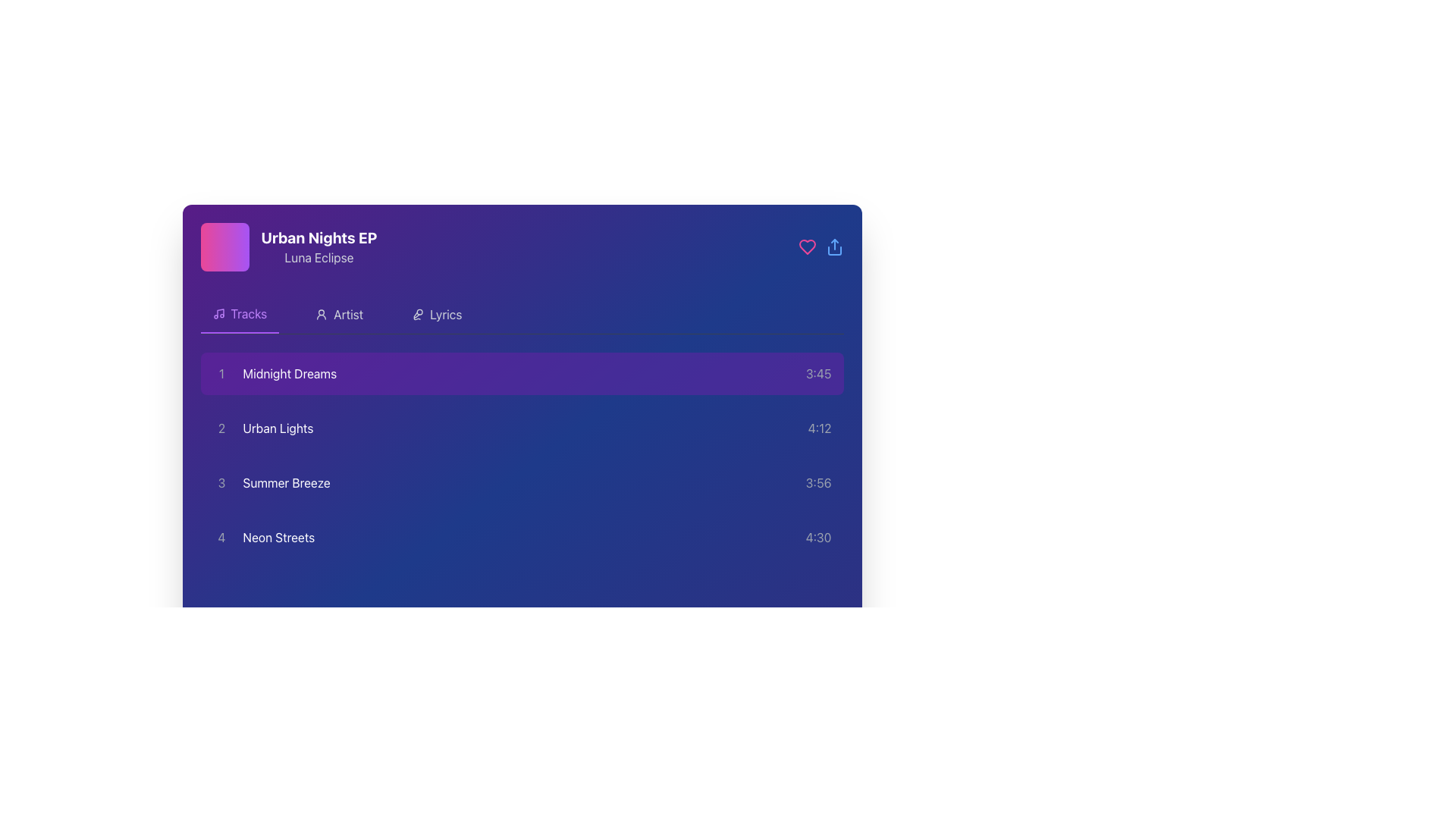 The height and width of the screenshot is (819, 1456). I want to click on the numerical indicator for the track, so click(221, 428).